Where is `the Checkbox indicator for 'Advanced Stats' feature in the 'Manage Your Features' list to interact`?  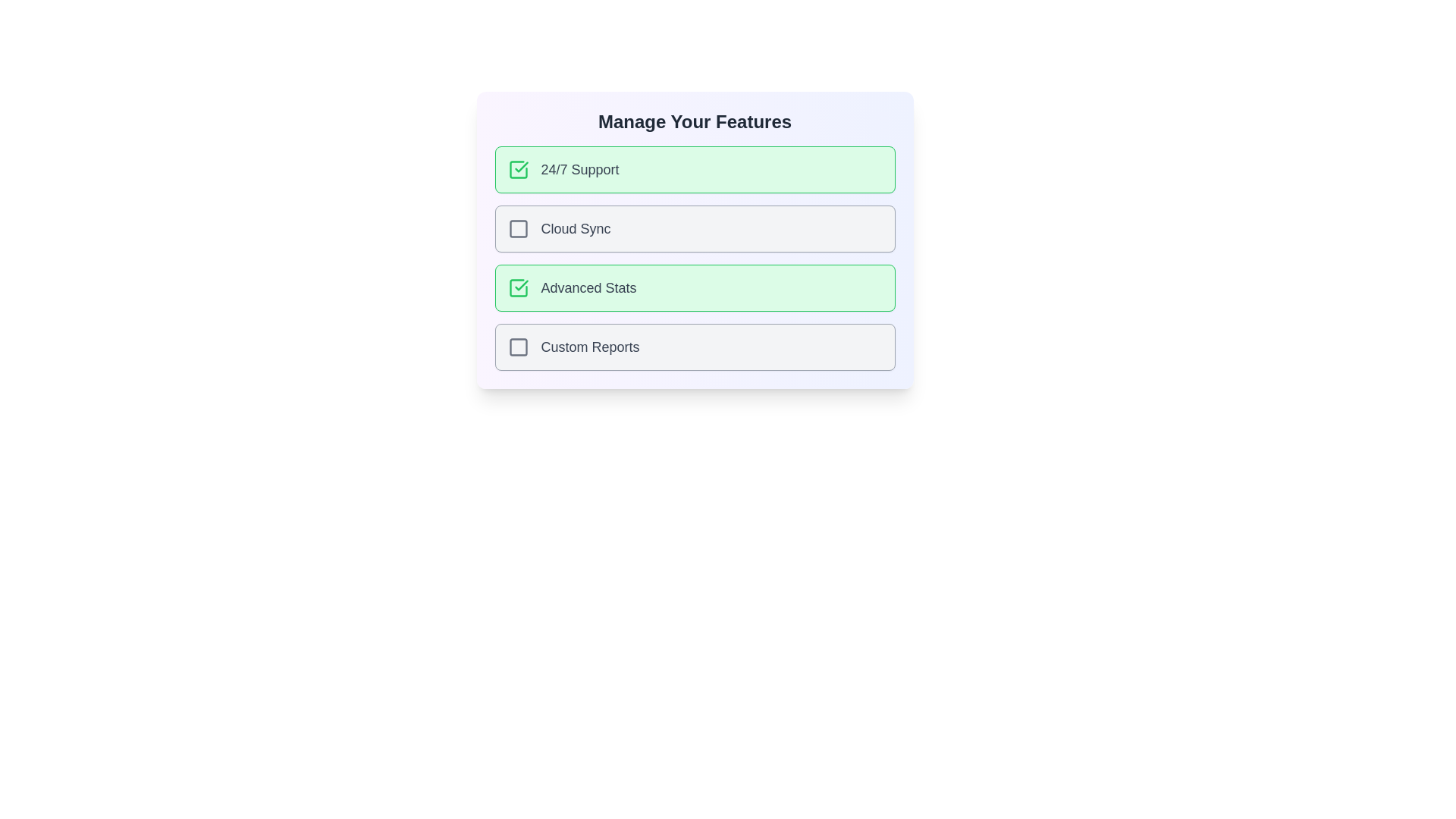 the Checkbox indicator for 'Advanced Stats' feature in the 'Manage Your Features' list to interact is located at coordinates (518, 288).